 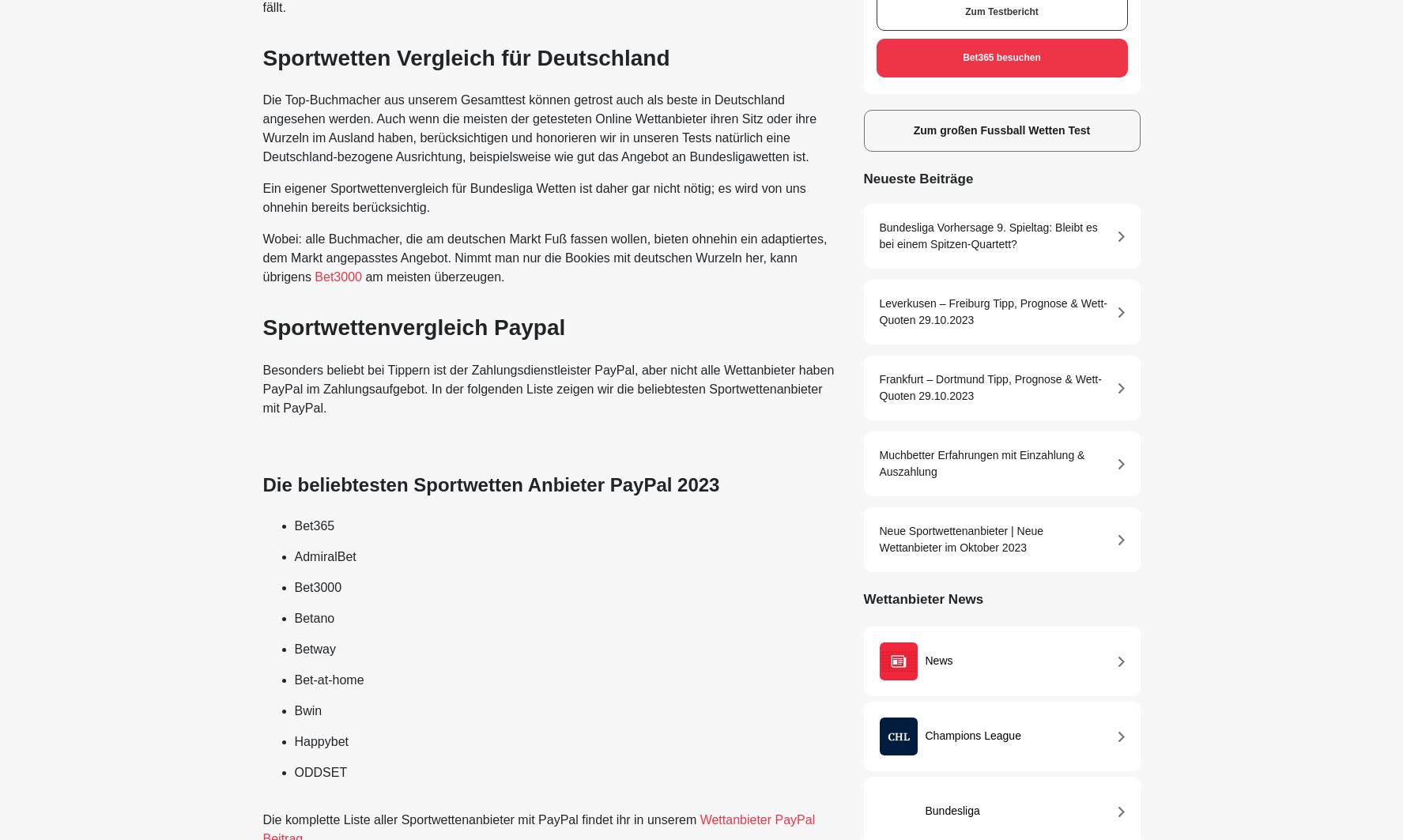 What do you see at coordinates (544, 258) in the screenshot?
I see `'Wobei: alle Buchmacher, die am deutschen Markt Fuß fassen wollen, bieten ohnehin ein adaptiertes, dem Markt angepasstes Angebot. Nimmt man nur die Bookies mit deutschen Wurzeln her, kann übrigens'` at bounding box center [544, 258].